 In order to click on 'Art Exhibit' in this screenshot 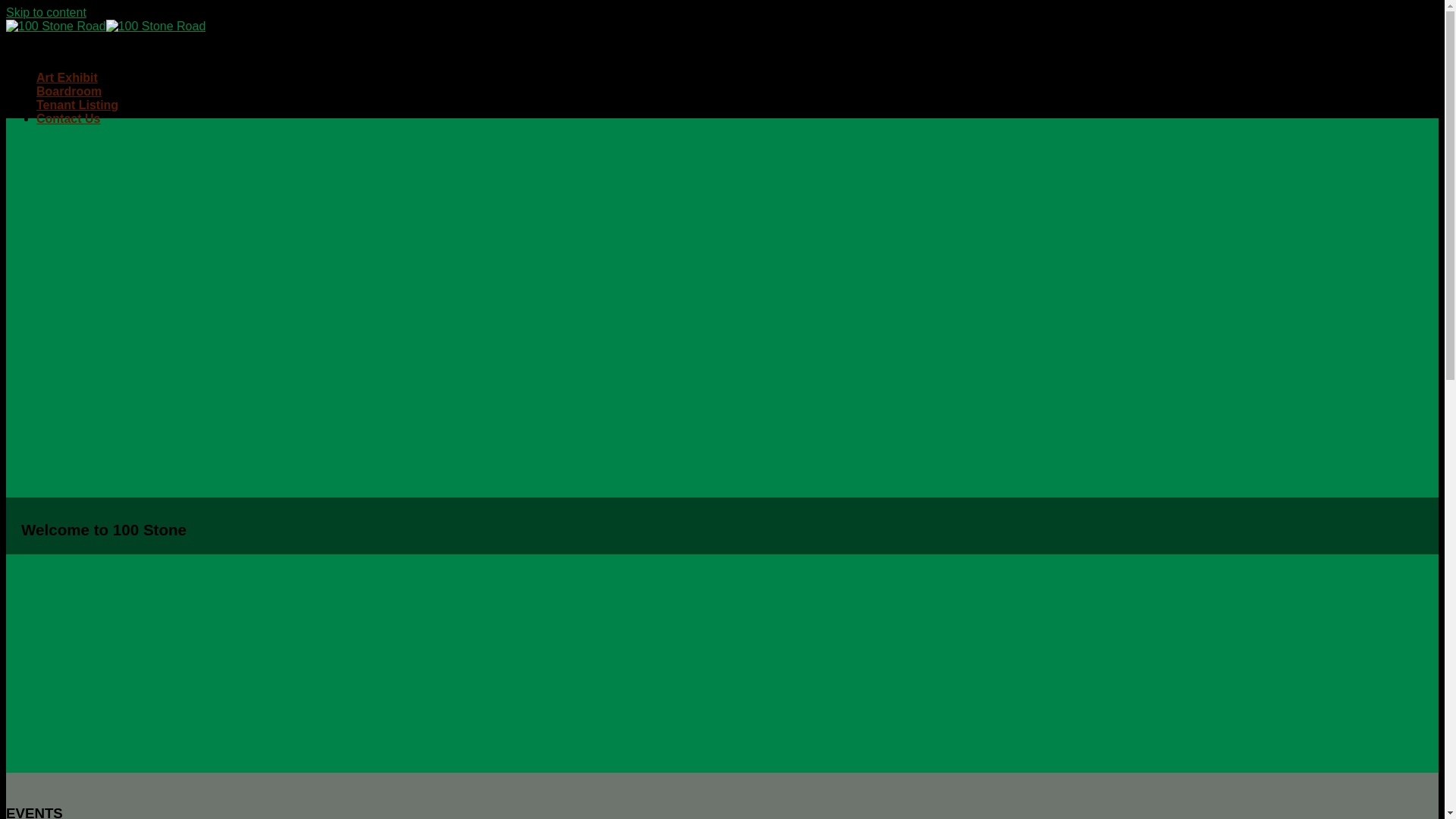, I will do `click(66, 77)`.